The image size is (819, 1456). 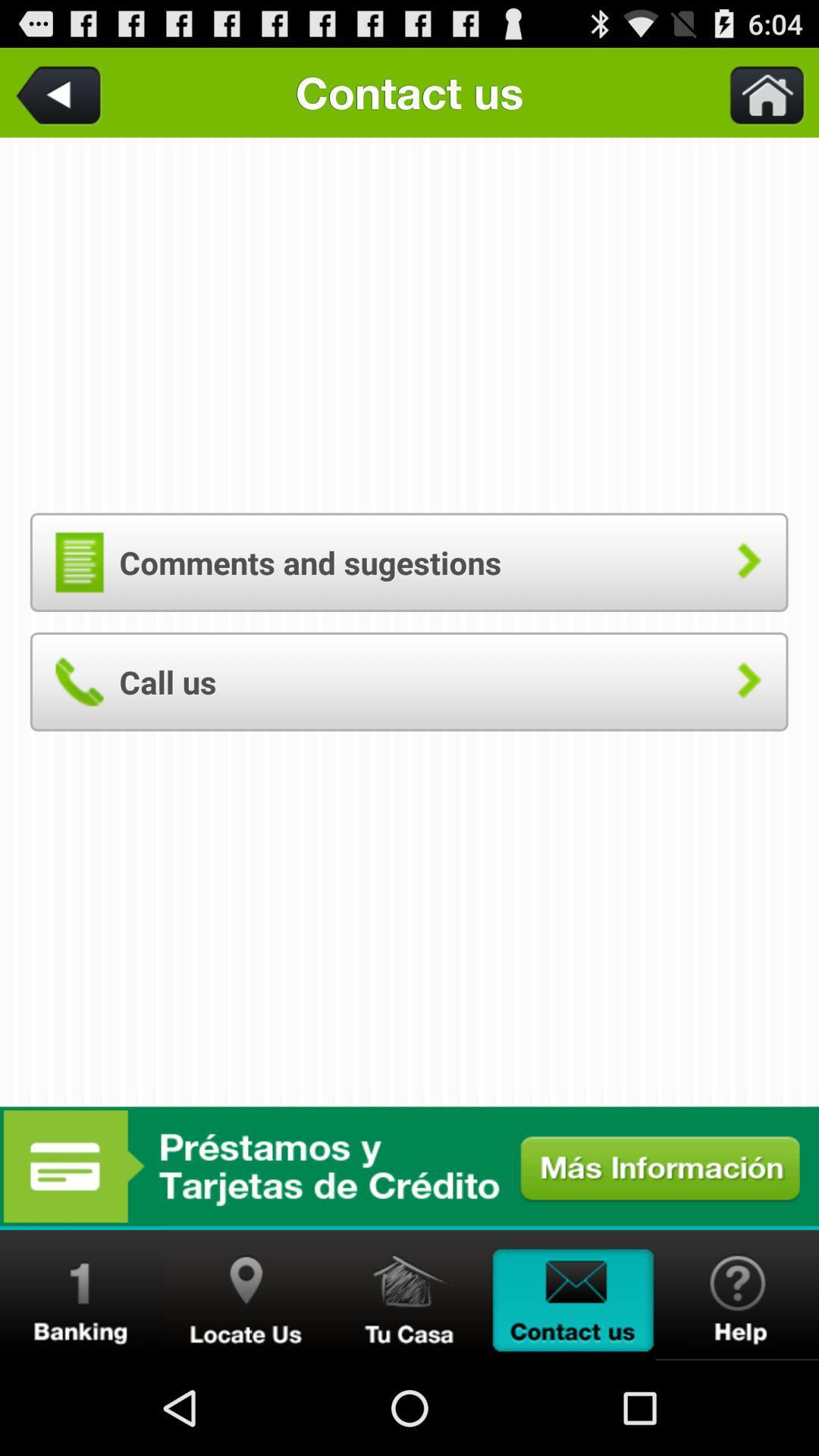 What do you see at coordinates (736, 1294) in the screenshot?
I see `get help on the website` at bounding box center [736, 1294].